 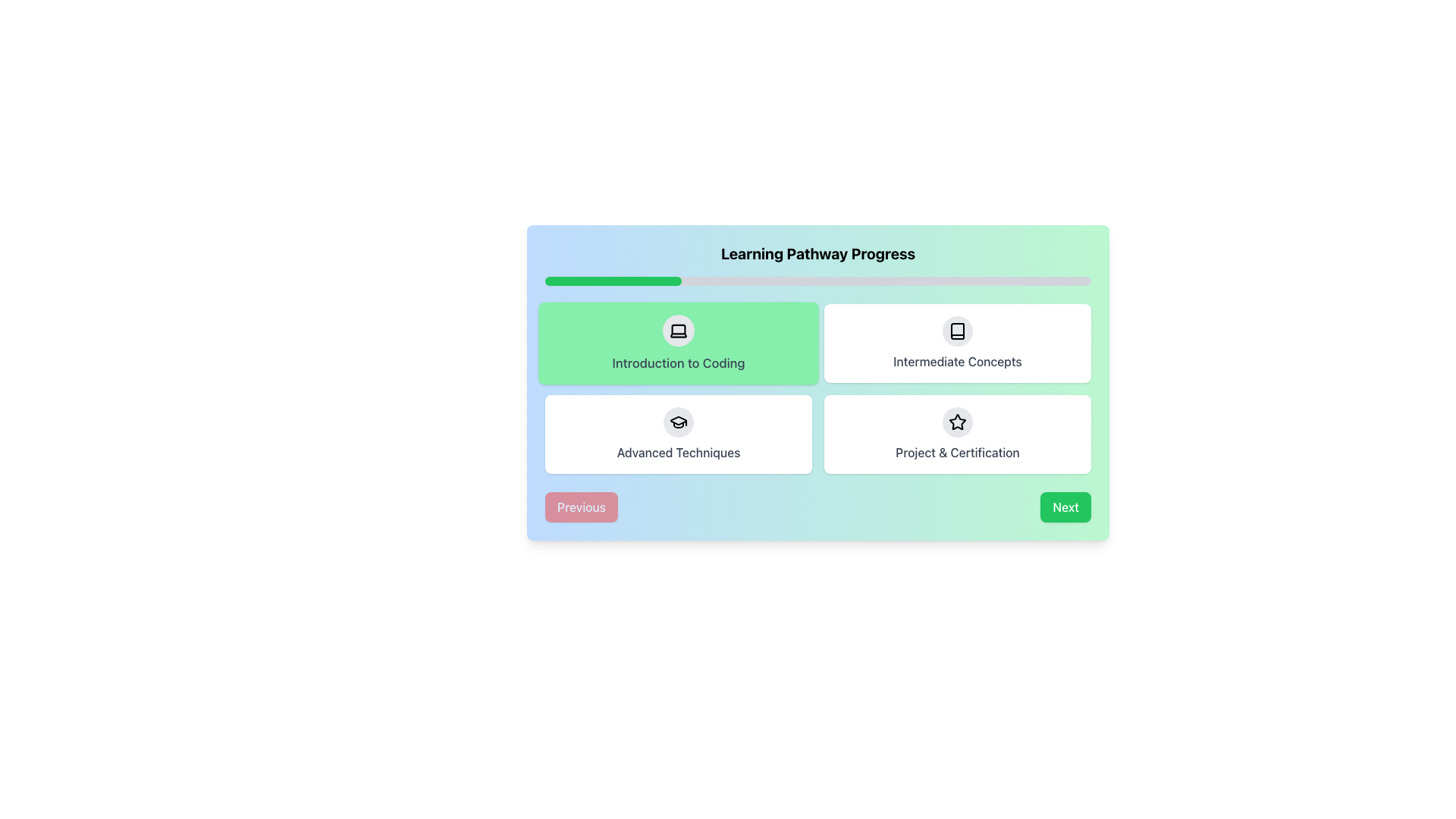 I want to click on the circular Icon Button with a light gray background and a black graduation cap icon located in the 'Advanced Techniques' section of the grid layout, so click(x=677, y=422).